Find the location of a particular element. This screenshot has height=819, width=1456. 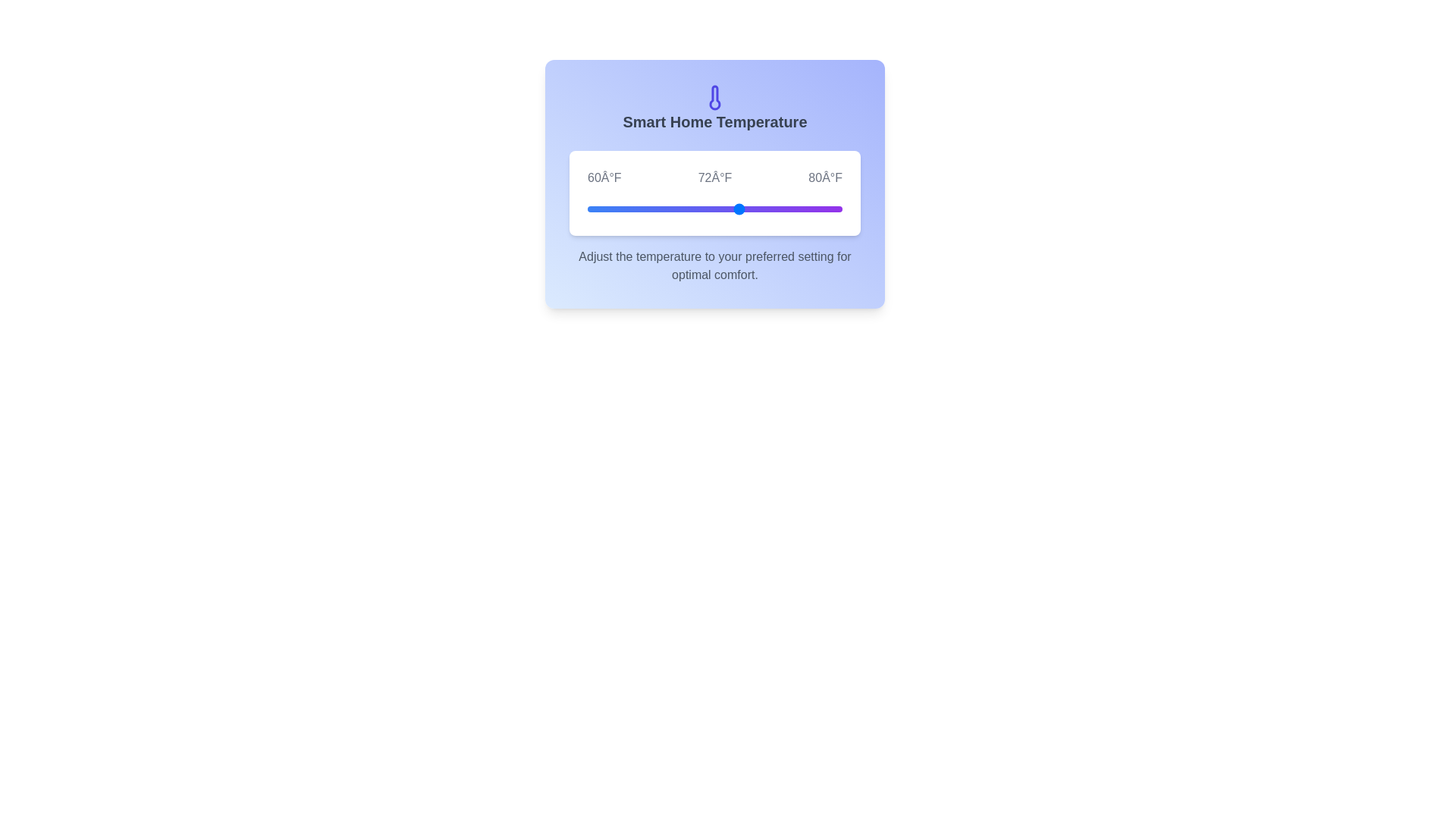

the temperature slider to 62°F is located at coordinates (613, 209).